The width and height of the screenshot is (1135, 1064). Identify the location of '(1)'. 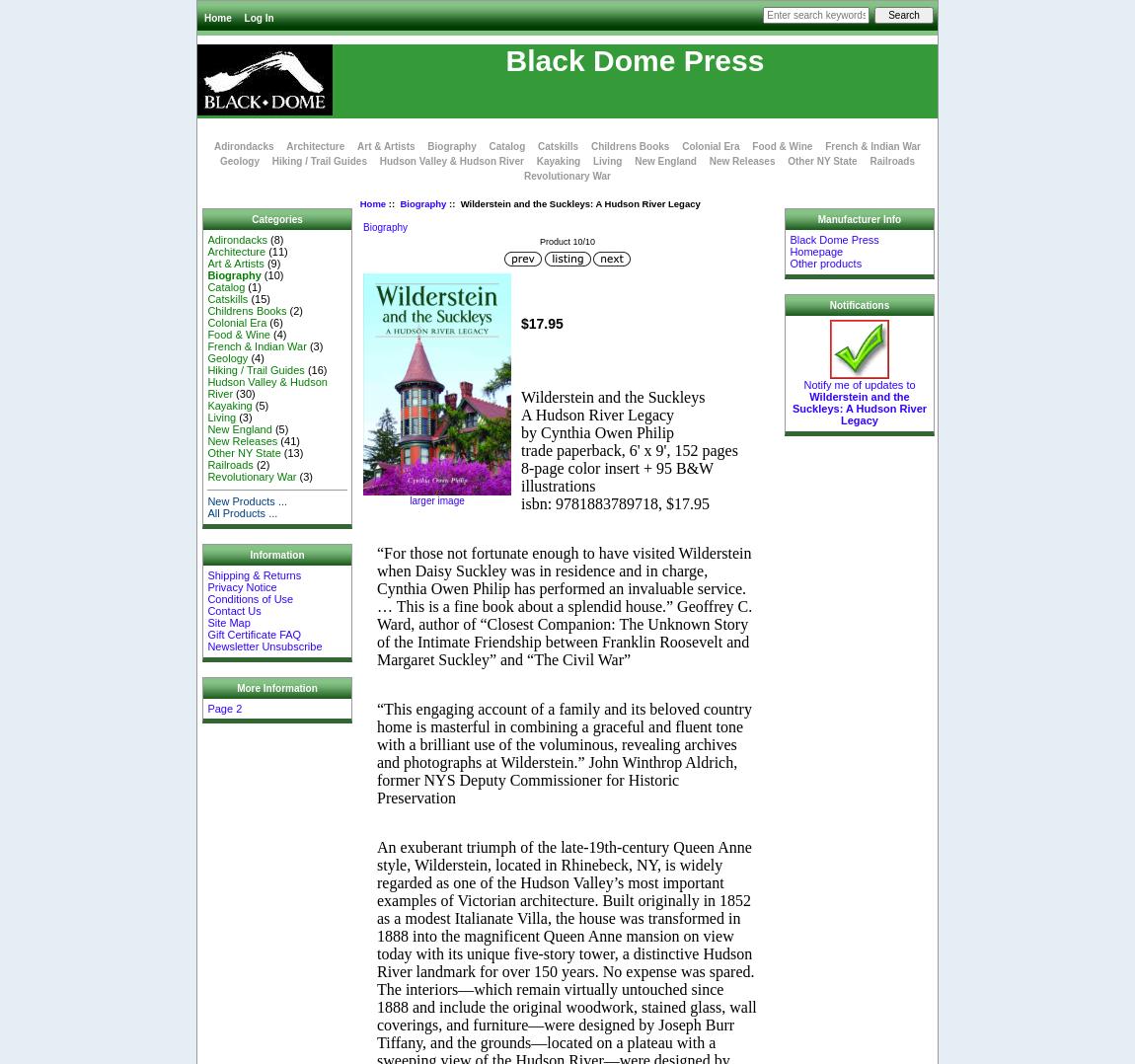
(244, 286).